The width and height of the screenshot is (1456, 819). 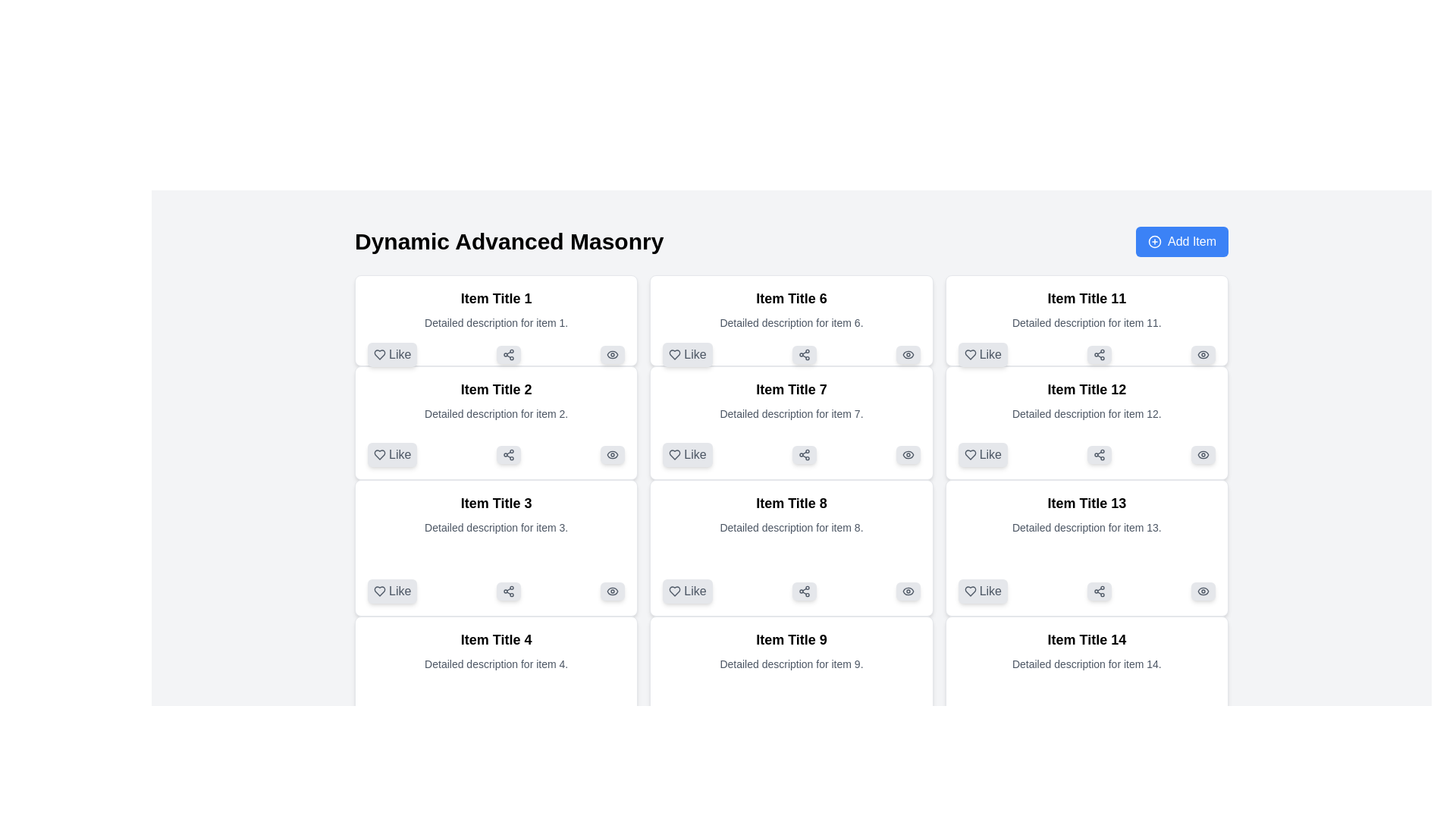 What do you see at coordinates (908, 590) in the screenshot?
I see `the eye icon button, which is the third button in a horizontal row on the right side of the card titled 'Item Title 8'` at bounding box center [908, 590].